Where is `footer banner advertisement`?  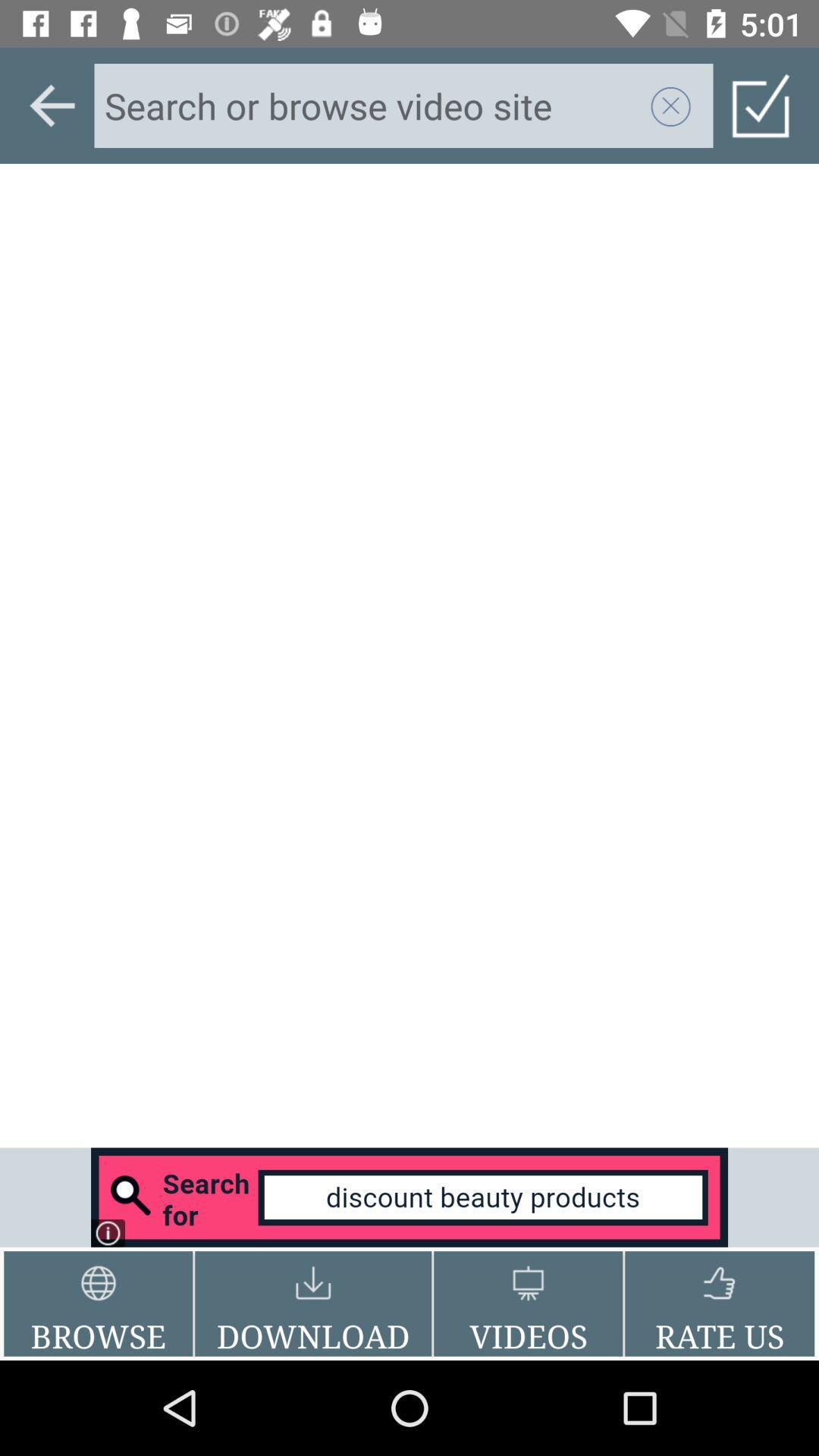
footer banner advertisement is located at coordinates (409, 1197).